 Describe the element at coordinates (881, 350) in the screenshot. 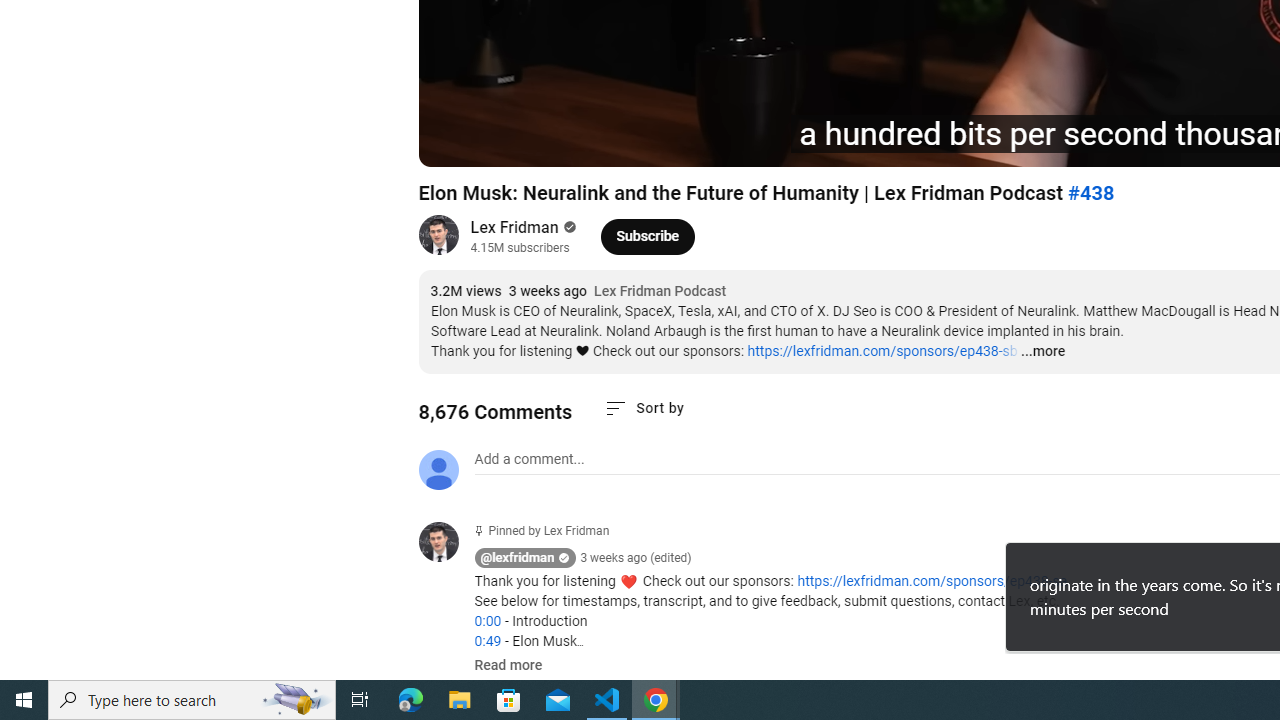

I see `'https://lexfridman.com/sponsors/ep438-sb'` at that location.